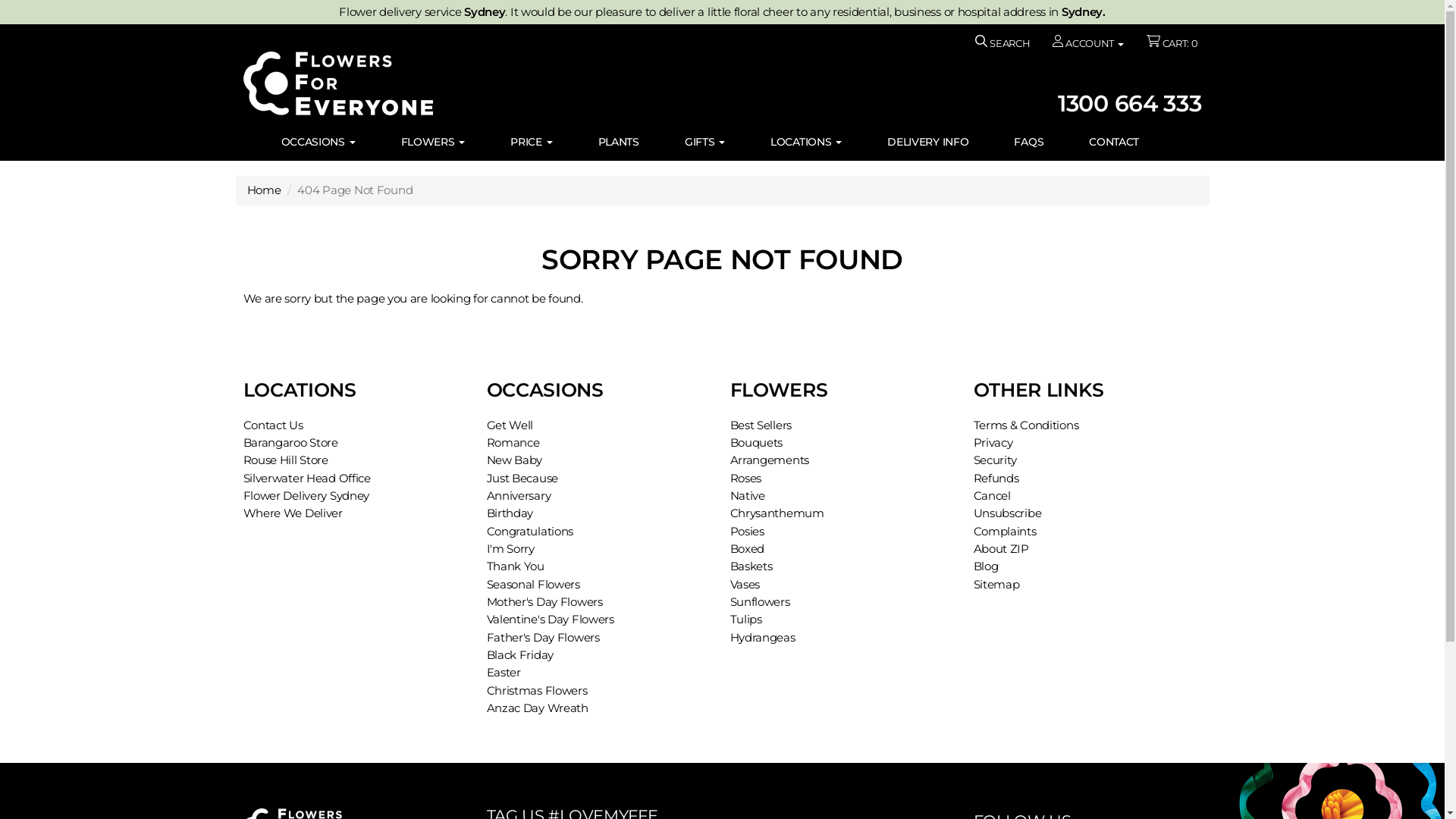 This screenshot has height=819, width=1456. What do you see at coordinates (1113, 141) in the screenshot?
I see `'CONTACT'` at bounding box center [1113, 141].